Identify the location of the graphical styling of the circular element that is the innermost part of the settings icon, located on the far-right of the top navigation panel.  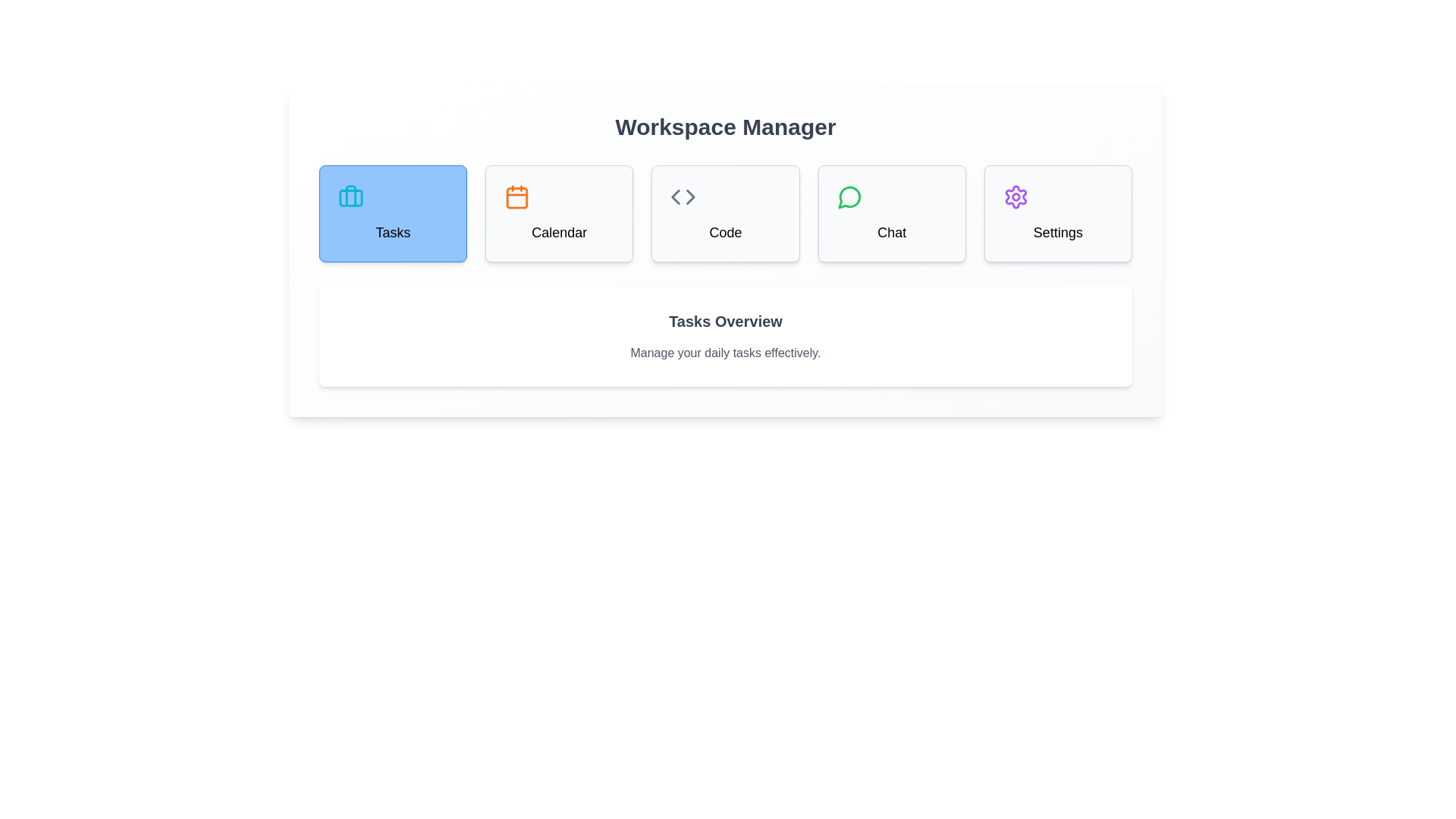
(1015, 196).